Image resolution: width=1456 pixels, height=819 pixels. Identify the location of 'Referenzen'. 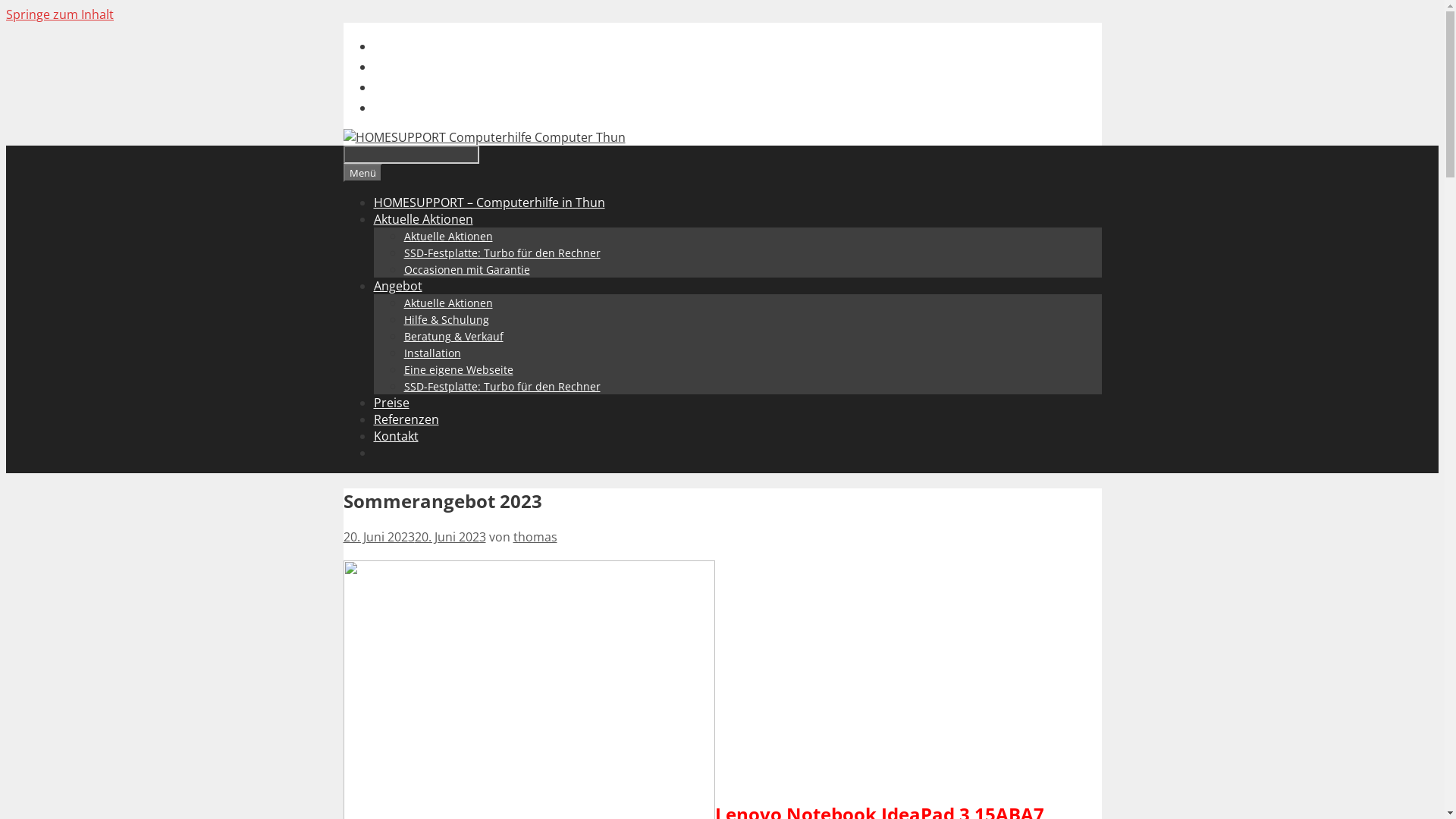
(405, 419).